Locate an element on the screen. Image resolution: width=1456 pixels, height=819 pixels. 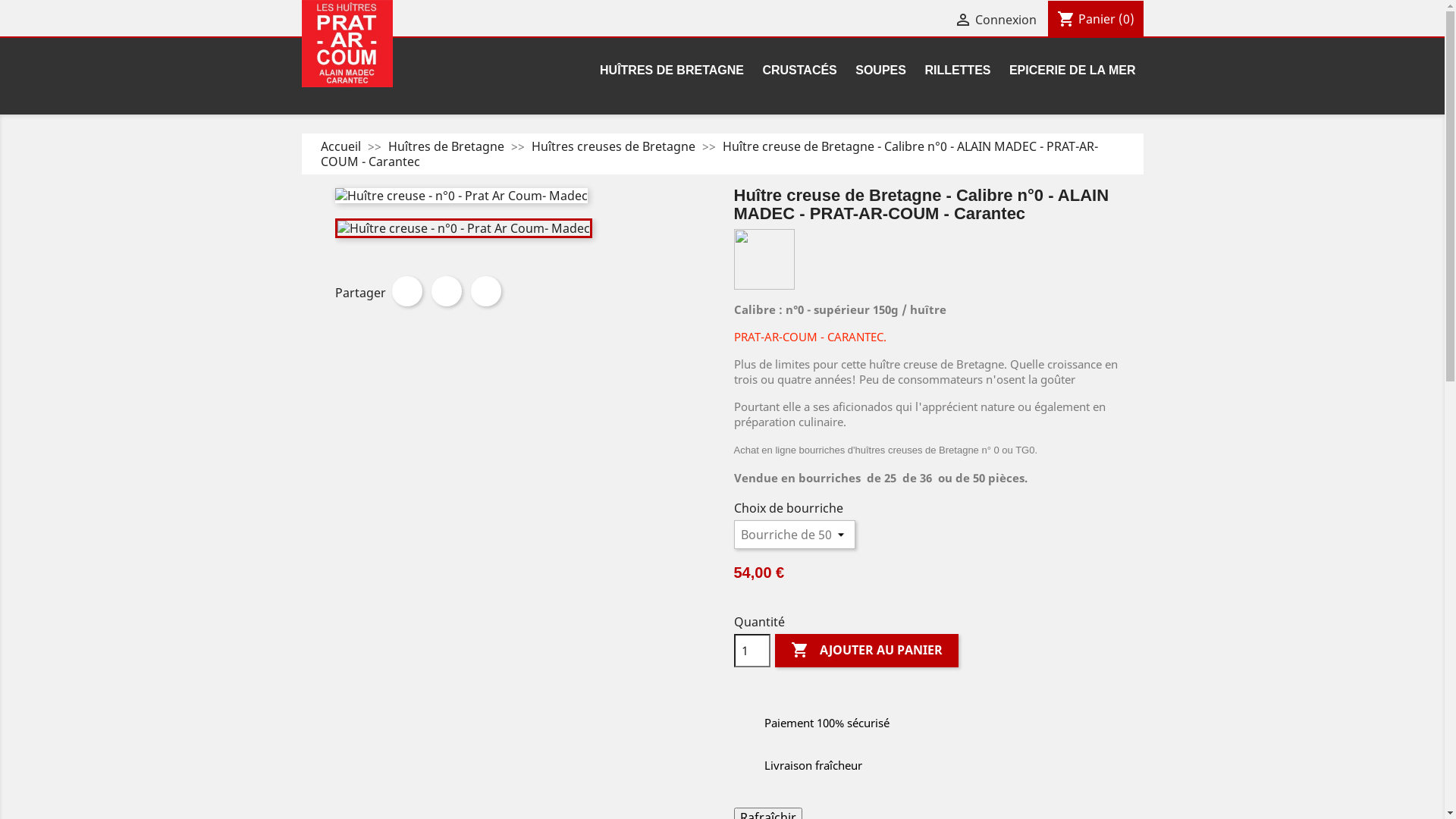
'EPICERIE DE LA MER' is located at coordinates (1001, 71).